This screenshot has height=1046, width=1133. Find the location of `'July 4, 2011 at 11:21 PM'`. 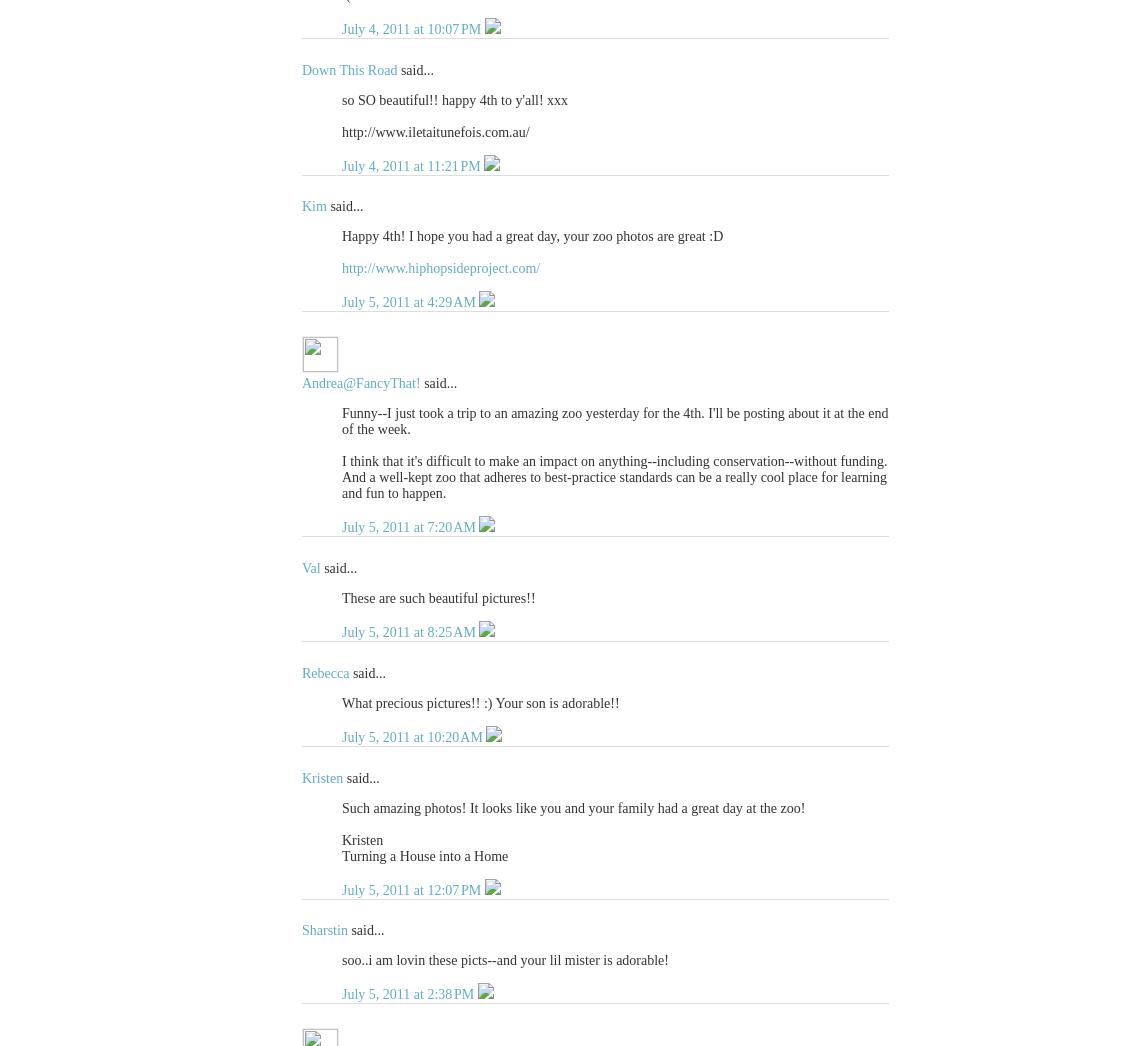

'July 4, 2011 at 11:21 PM' is located at coordinates (412, 165).